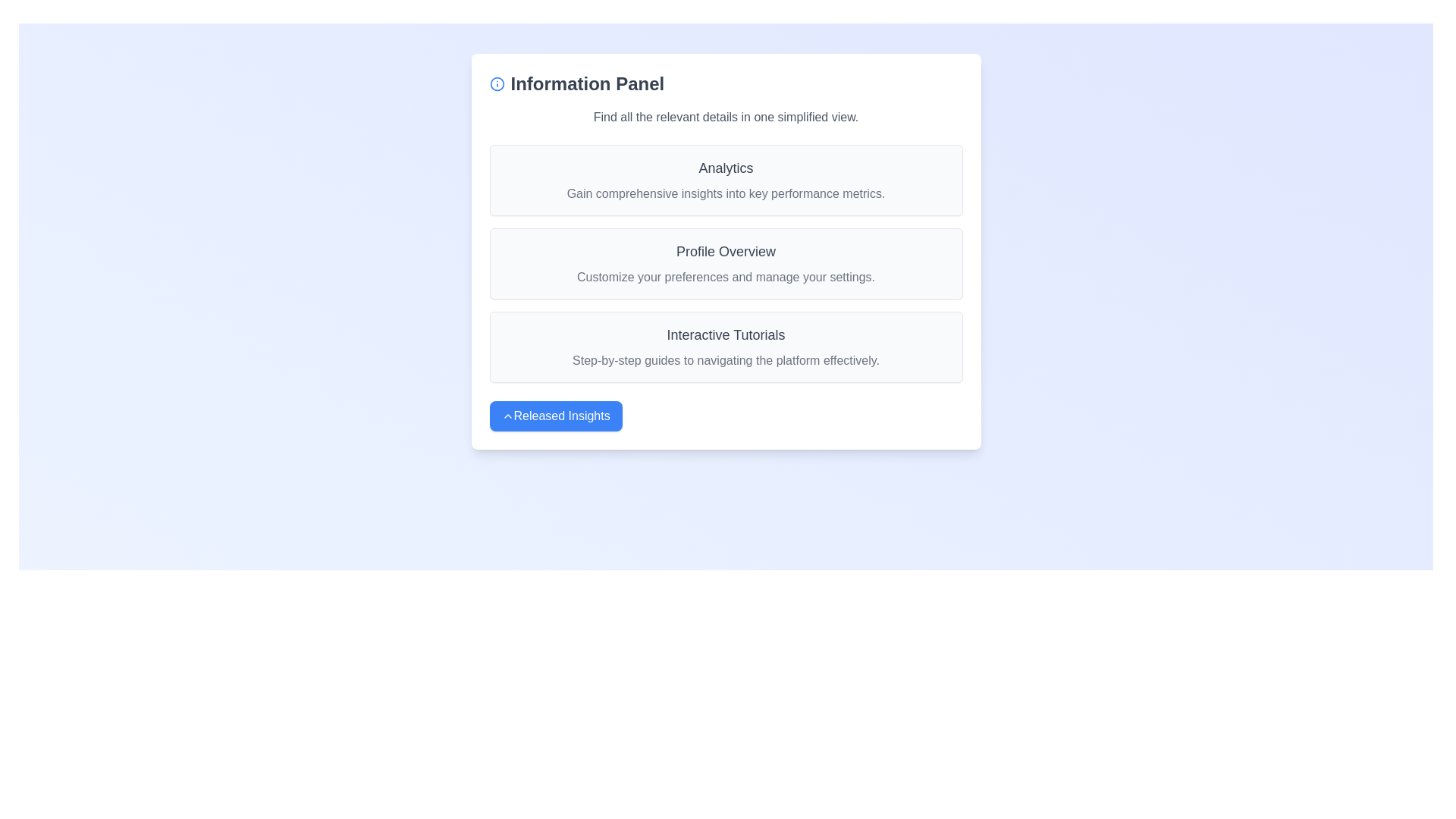  Describe the element at coordinates (725, 250) in the screenshot. I see `the 'Profile Overview' text label` at that location.